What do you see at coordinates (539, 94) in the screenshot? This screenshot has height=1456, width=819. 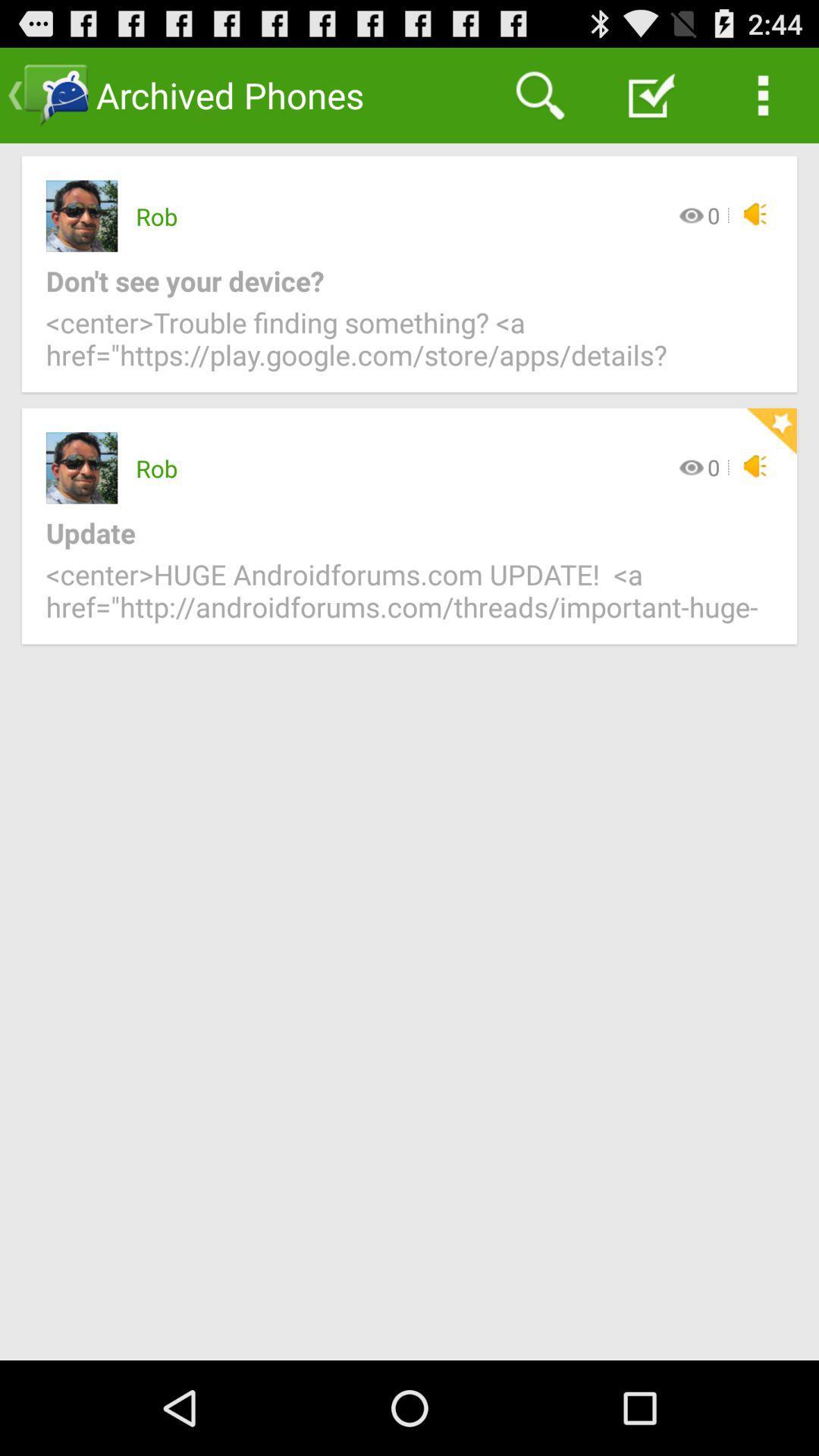 I see `the icon above rob app` at bounding box center [539, 94].